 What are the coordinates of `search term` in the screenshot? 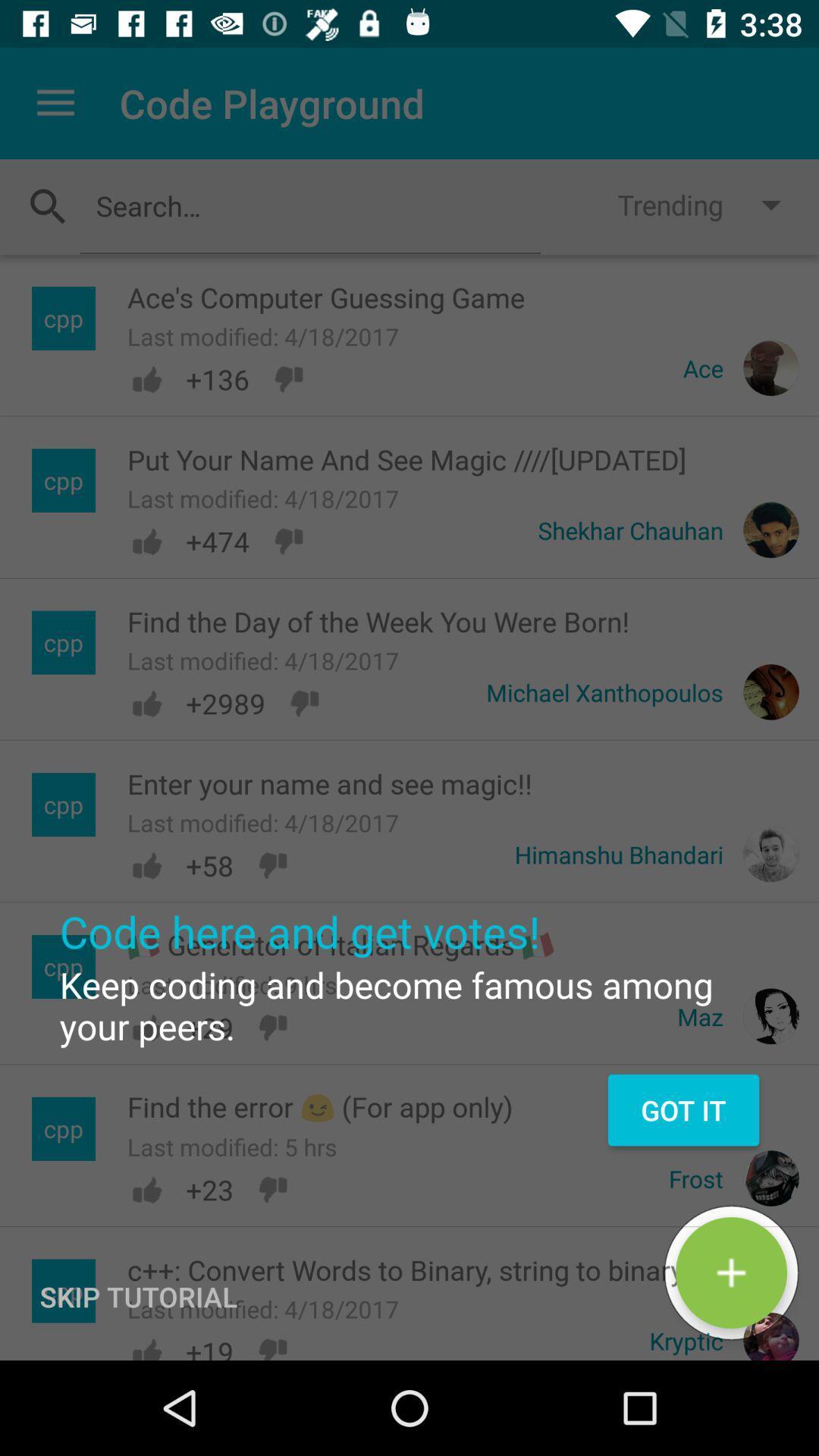 It's located at (309, 205).